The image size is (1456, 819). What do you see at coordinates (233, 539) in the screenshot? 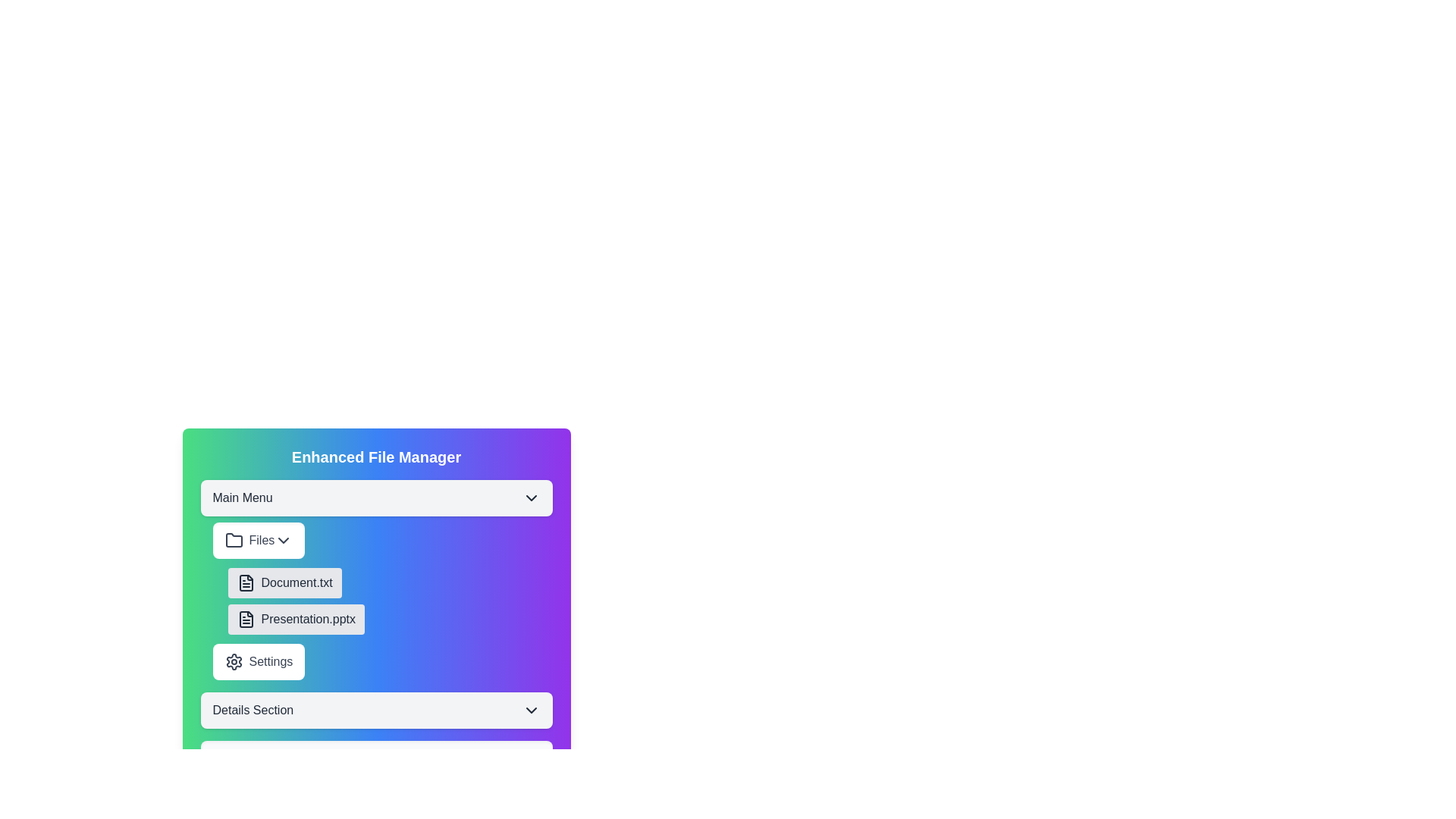
I see `the file management icon located at the top of the documents and settings list, adjacent to the 'Files' dropdown menu` at bounding box center [233, 539].